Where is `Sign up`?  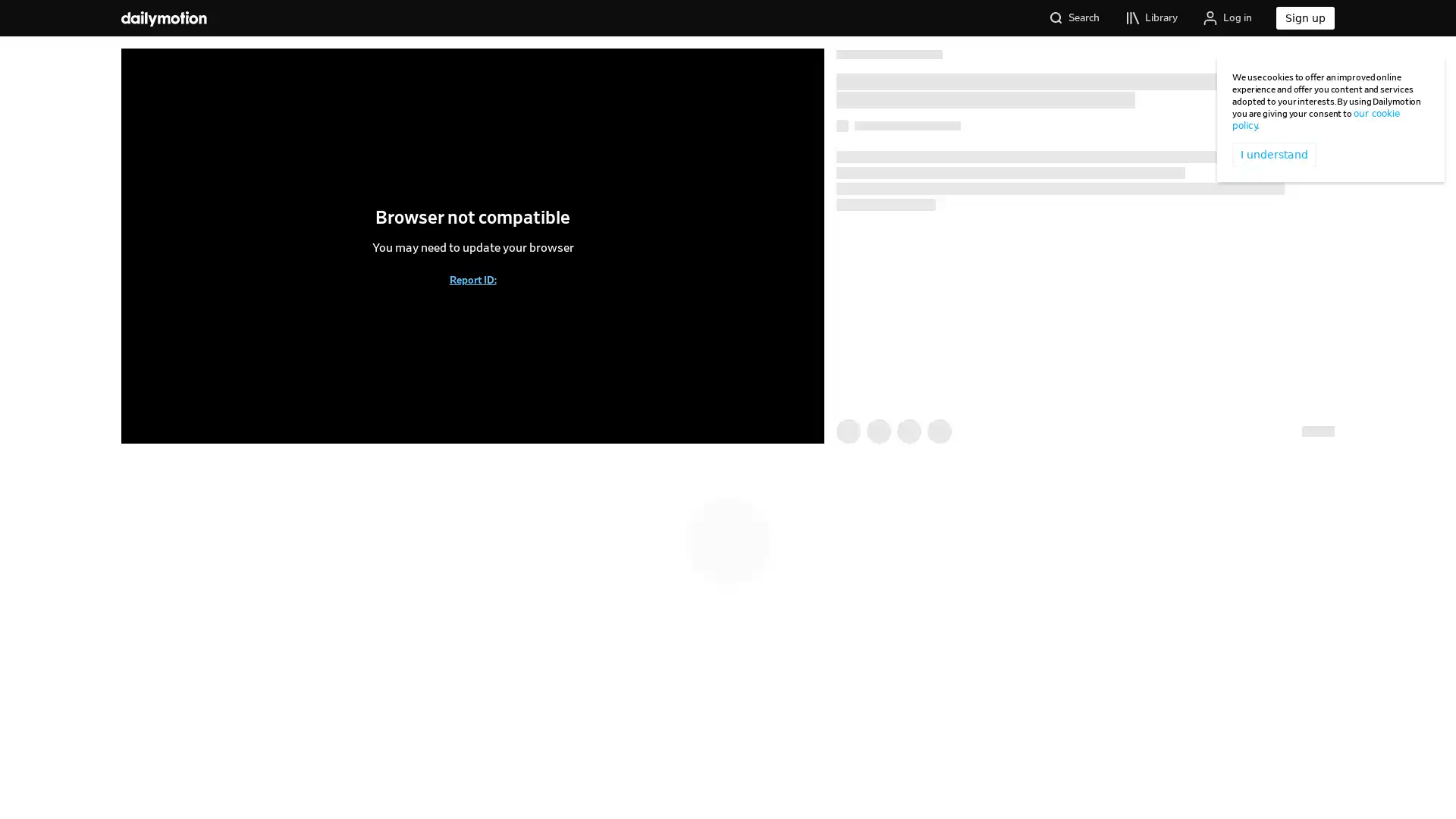
Sign up is located at coordinates (1307, 17).